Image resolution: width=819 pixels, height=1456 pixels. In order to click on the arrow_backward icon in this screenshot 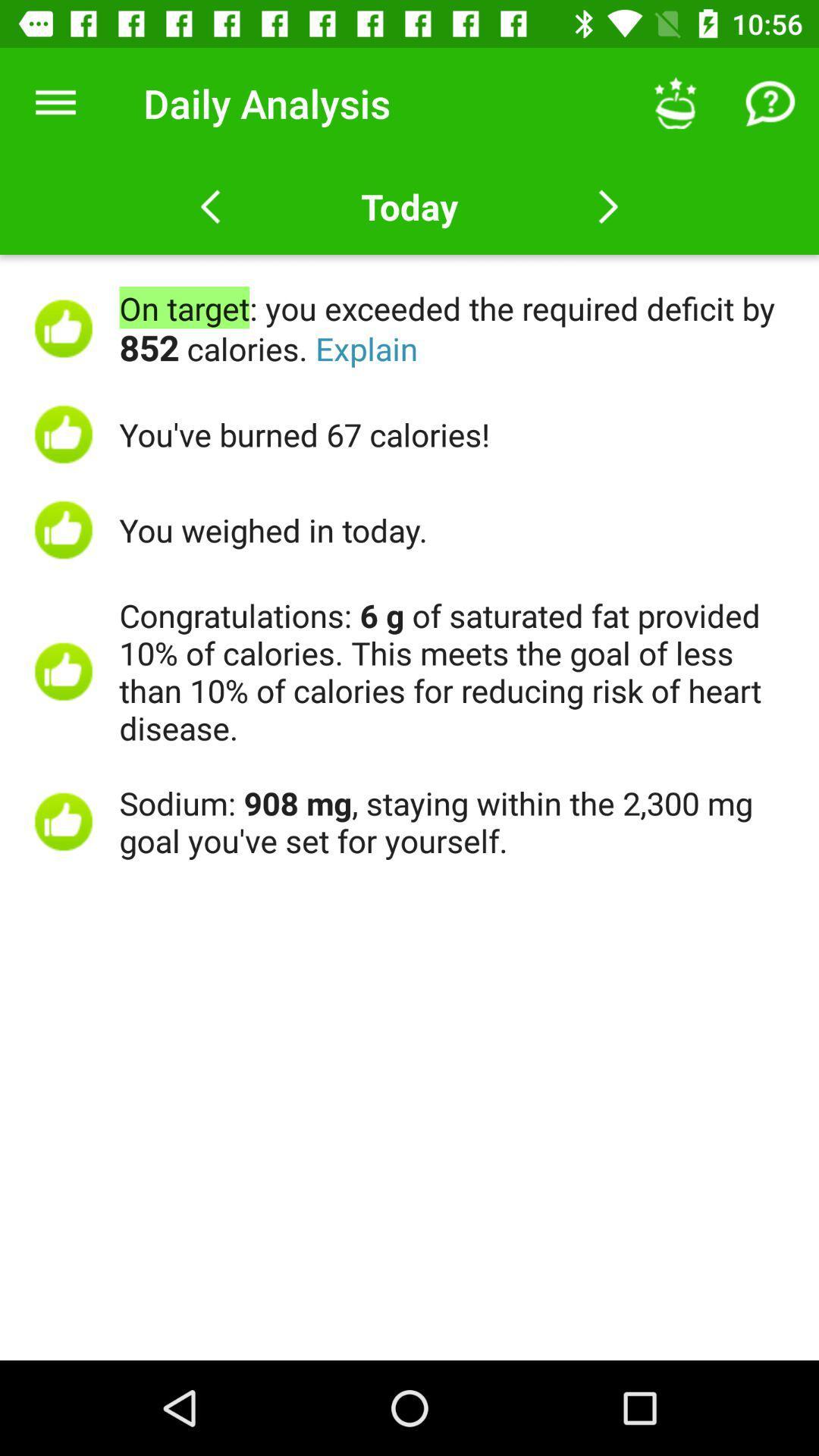, I will do `click(210, 206)`.